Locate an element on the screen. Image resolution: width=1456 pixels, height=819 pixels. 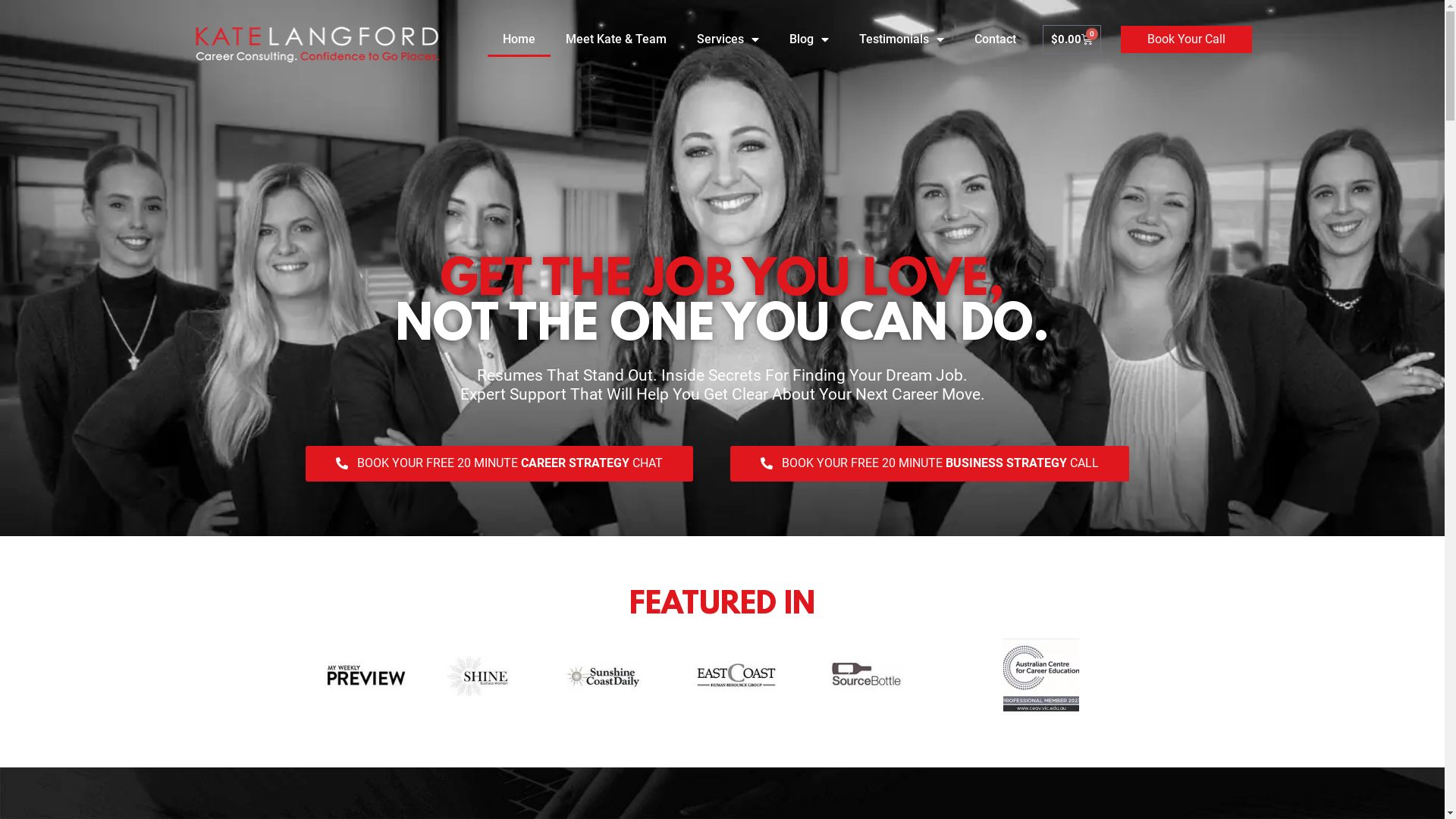
'Services' is located at coordinates (680, 38).